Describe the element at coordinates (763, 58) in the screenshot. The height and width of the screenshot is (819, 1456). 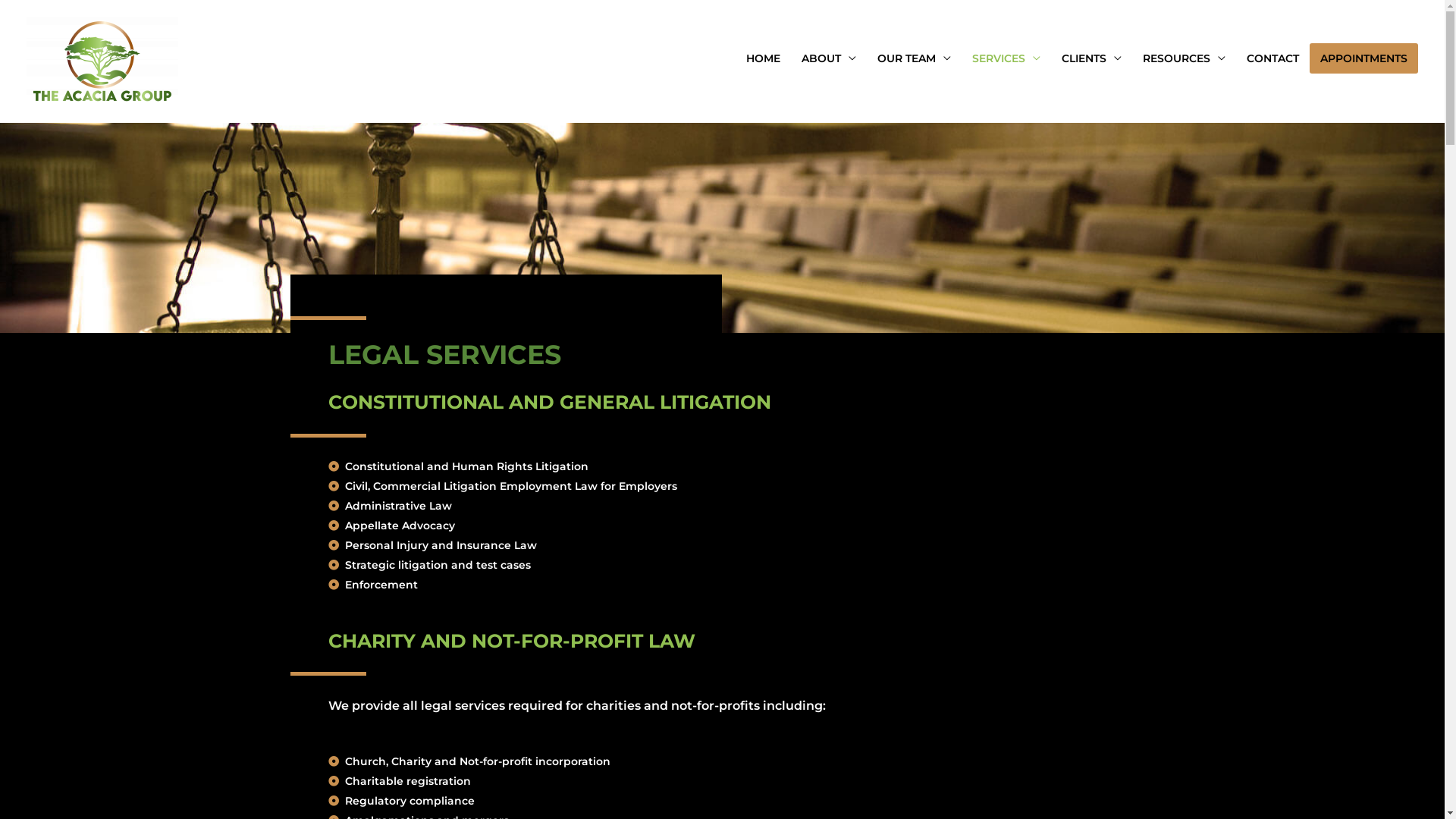
I see `'HOME'` at that location.